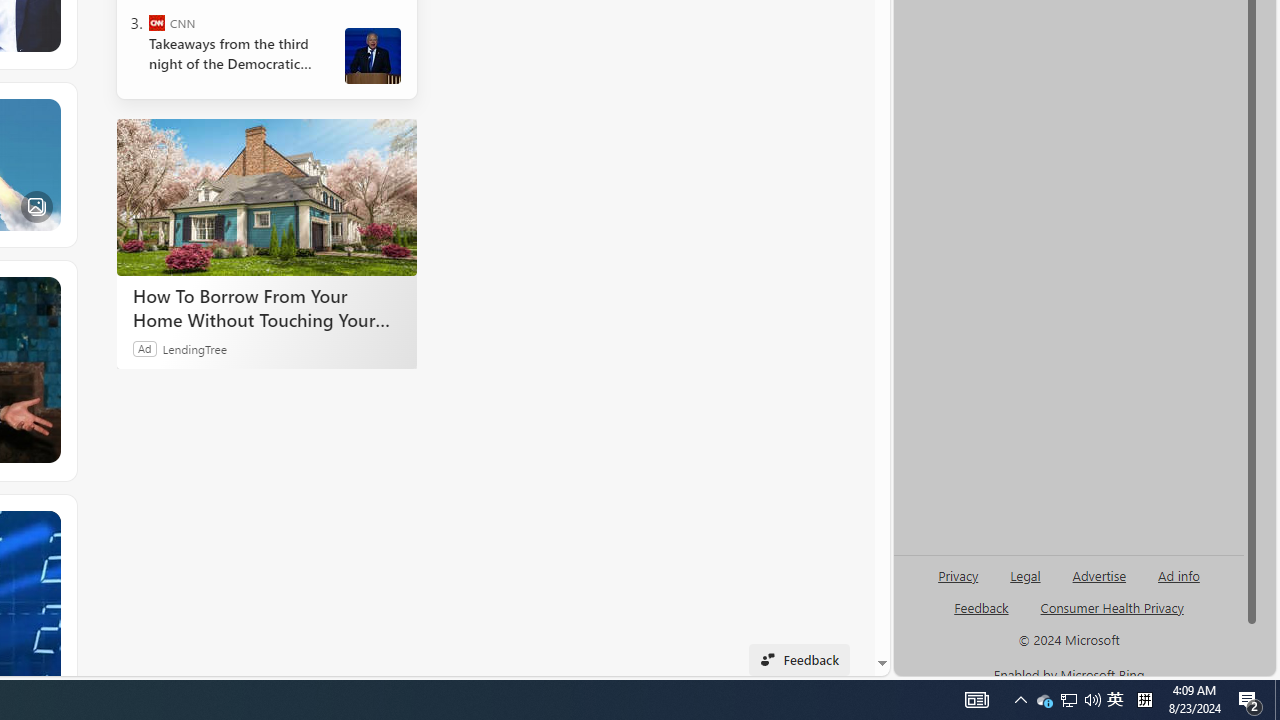  I want to click on 'LendingTree', so click(195, 347).